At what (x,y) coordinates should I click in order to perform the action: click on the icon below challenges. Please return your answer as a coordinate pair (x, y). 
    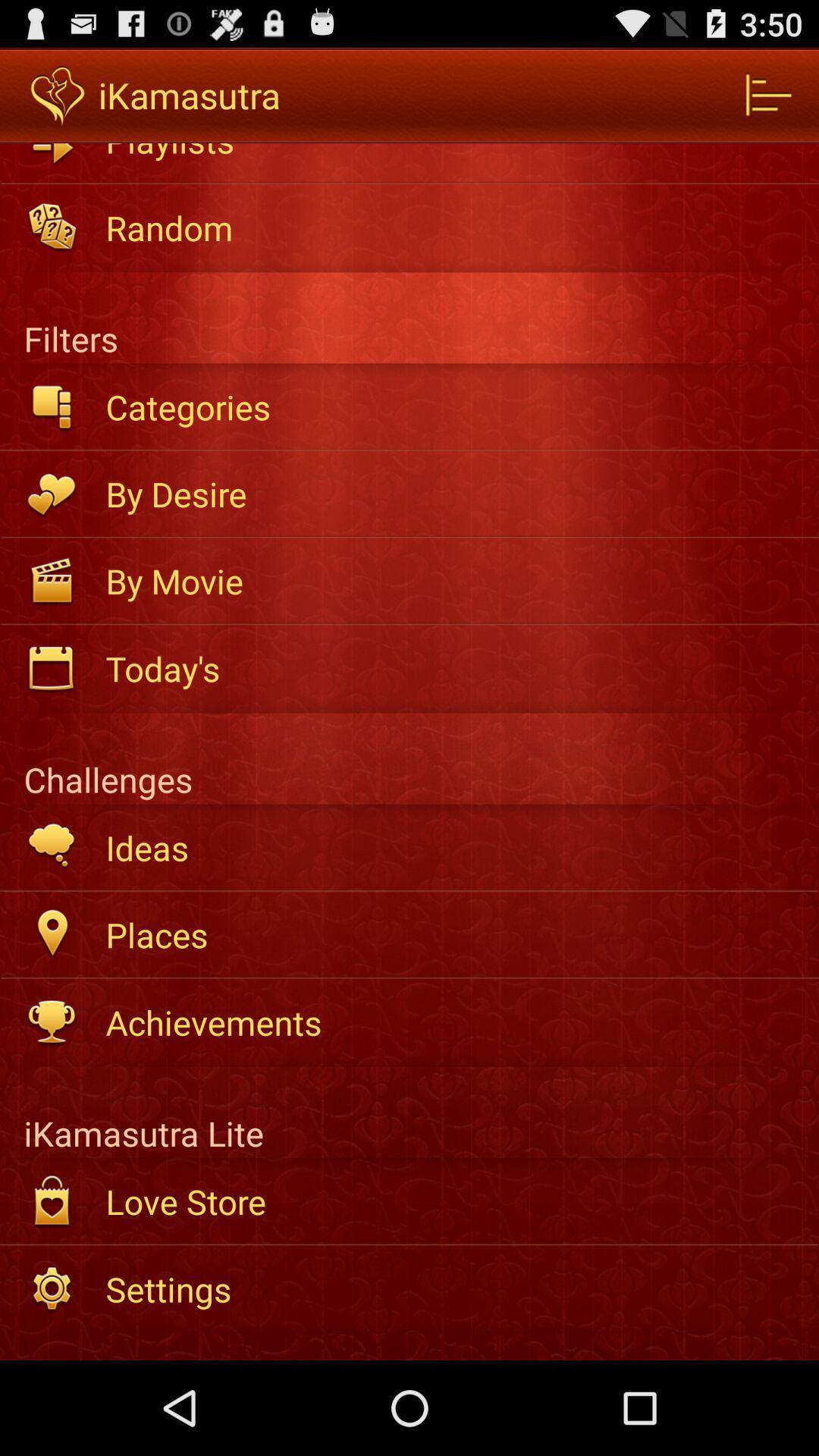
    Looking at the image, I should click on (451, 846).